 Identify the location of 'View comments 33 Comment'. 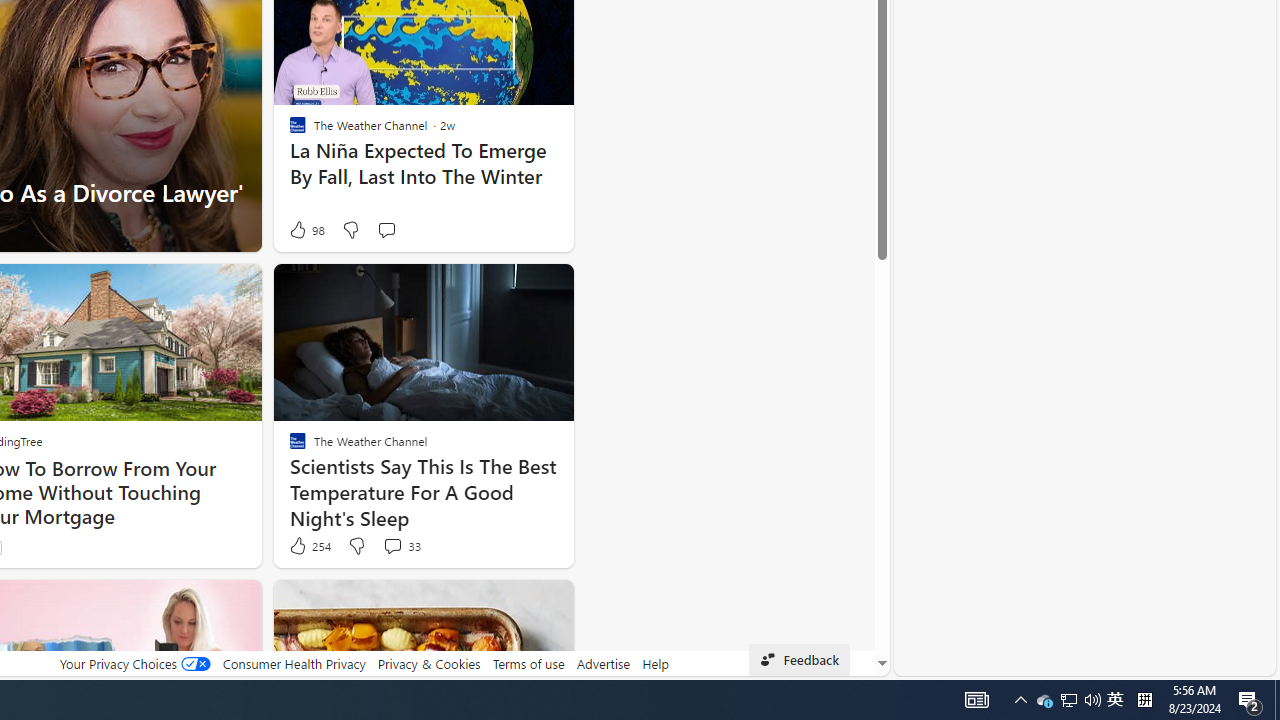
(400, 546).